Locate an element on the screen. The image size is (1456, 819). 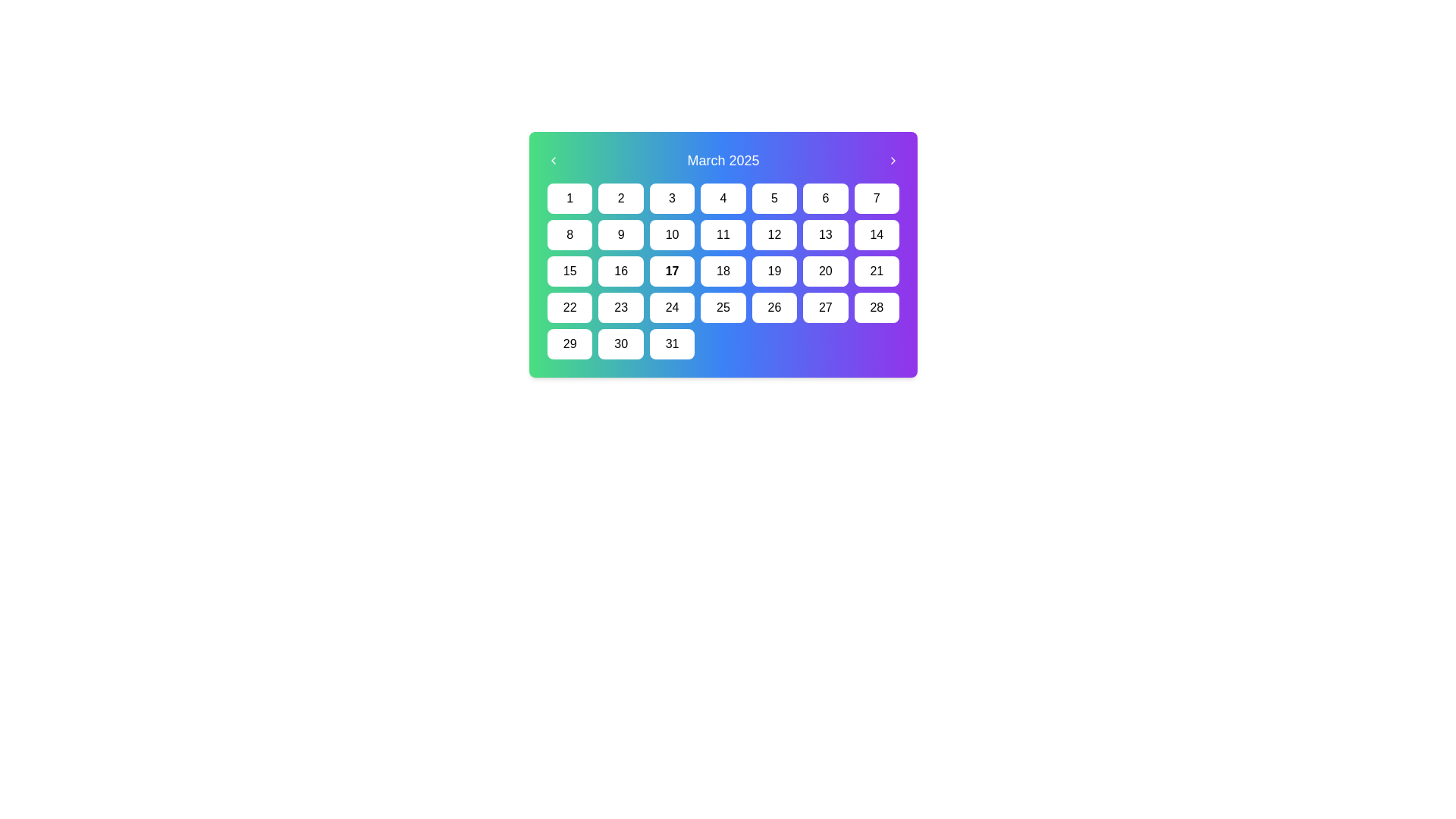
the first day of the month button in the calendar interface, which is located at the top-left corner of the grid layout is located at coordinates (569, 198).